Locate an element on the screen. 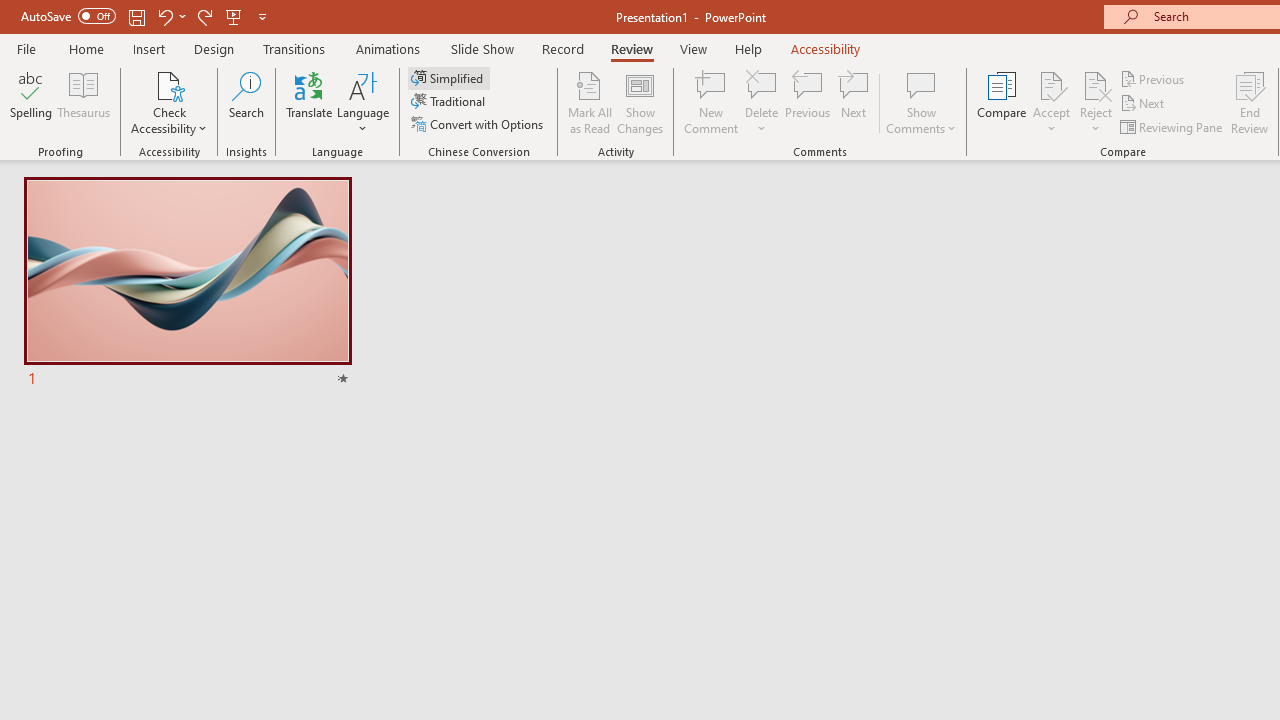  'Home' is located at coordinates (85, 48).